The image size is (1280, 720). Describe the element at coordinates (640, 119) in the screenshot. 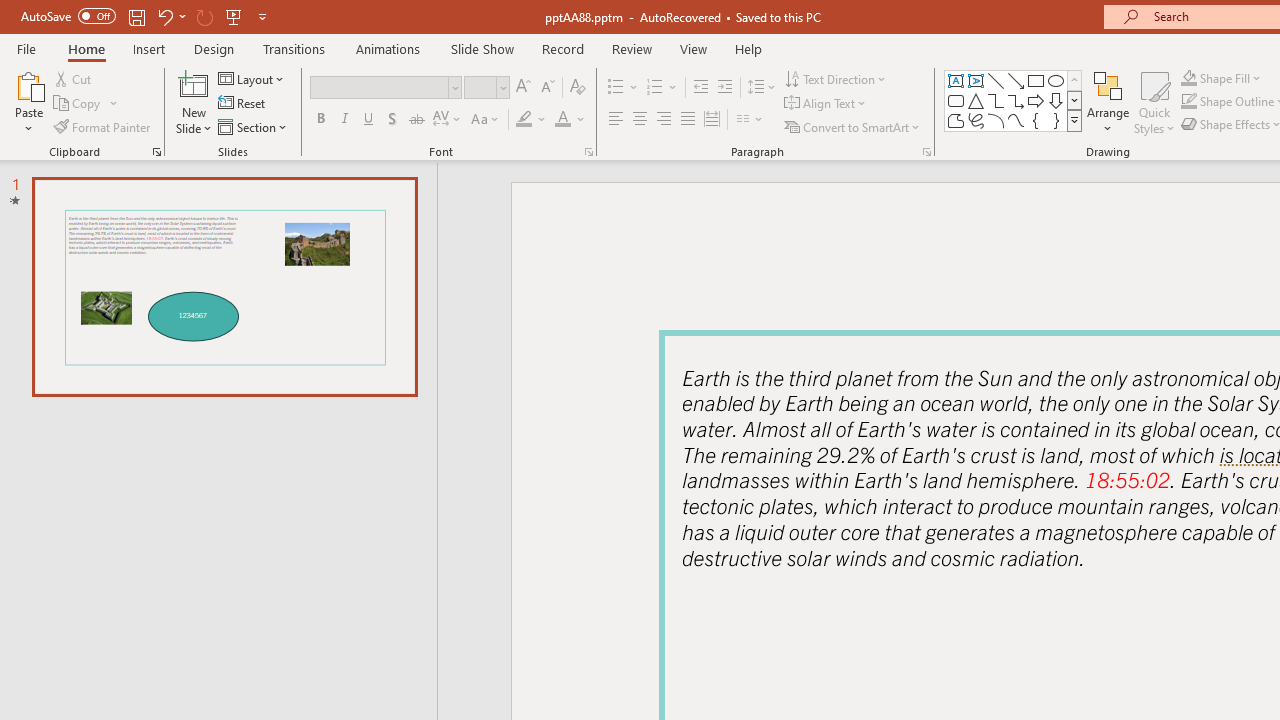

I see `'Center'` at that location.